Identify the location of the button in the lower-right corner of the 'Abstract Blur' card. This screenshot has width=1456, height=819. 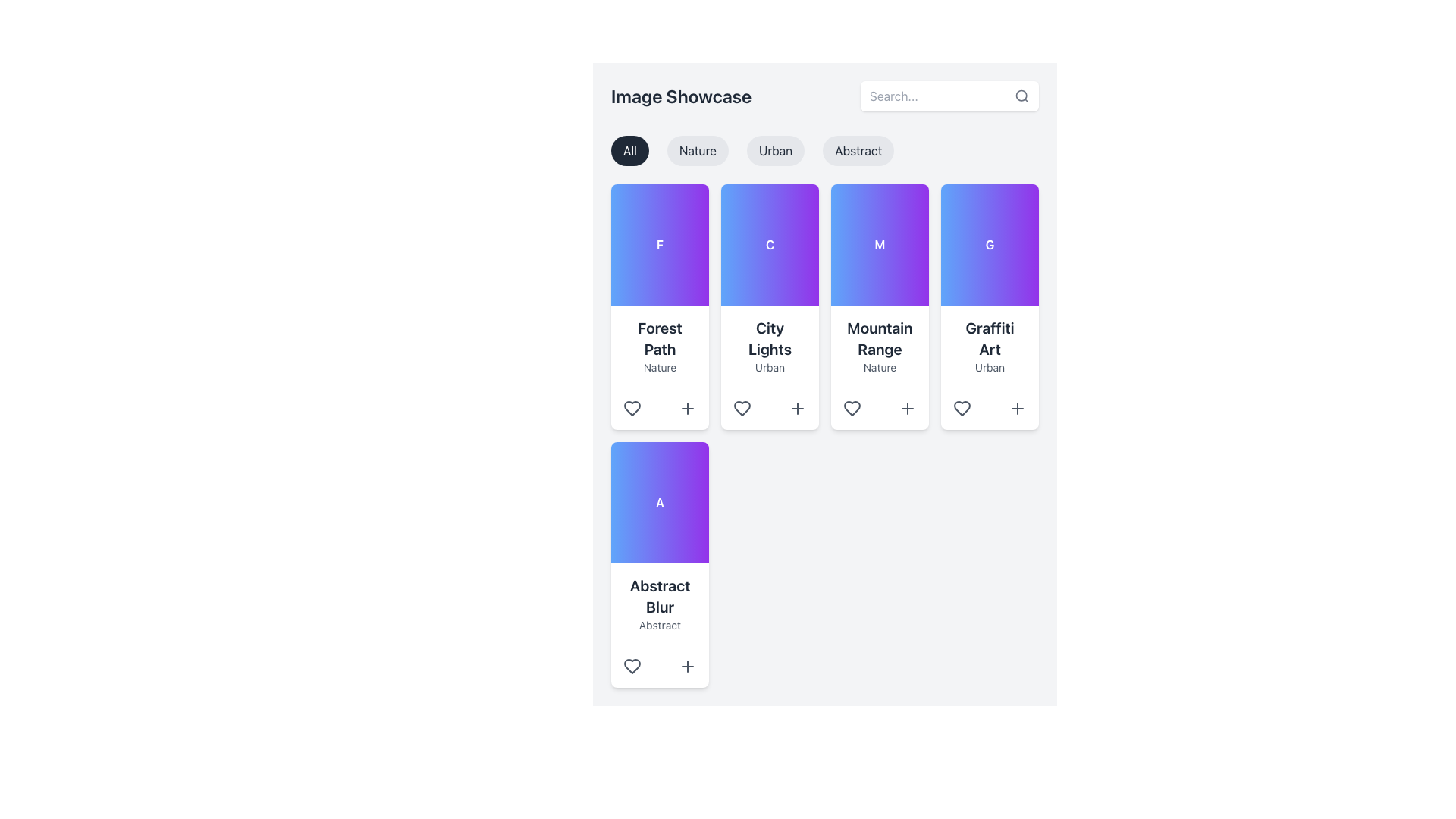
(687, 666).